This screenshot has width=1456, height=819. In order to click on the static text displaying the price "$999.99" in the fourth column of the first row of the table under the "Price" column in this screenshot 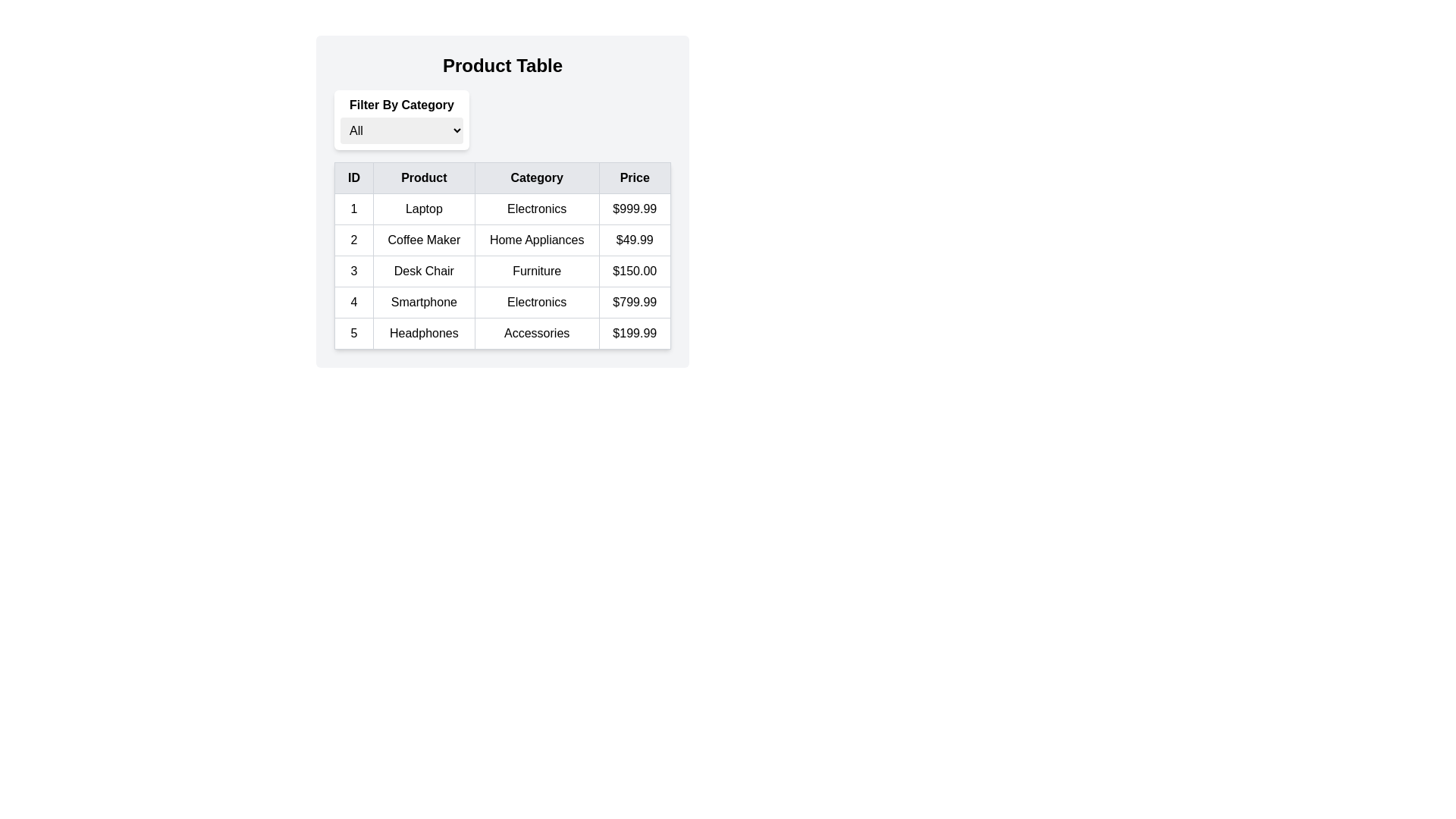, I will do `click(635, 209)`.